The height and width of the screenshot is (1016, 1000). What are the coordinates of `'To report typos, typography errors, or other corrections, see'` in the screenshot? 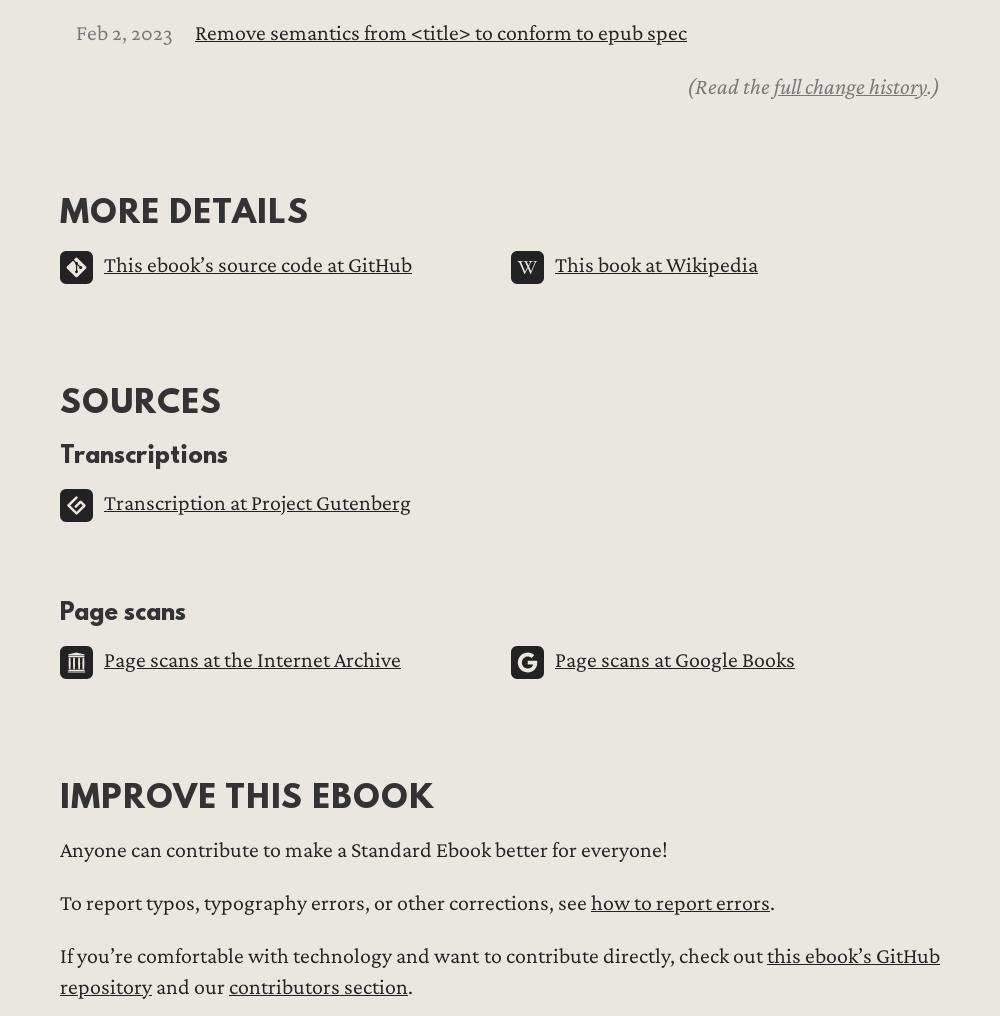 It's located at (60, 902).